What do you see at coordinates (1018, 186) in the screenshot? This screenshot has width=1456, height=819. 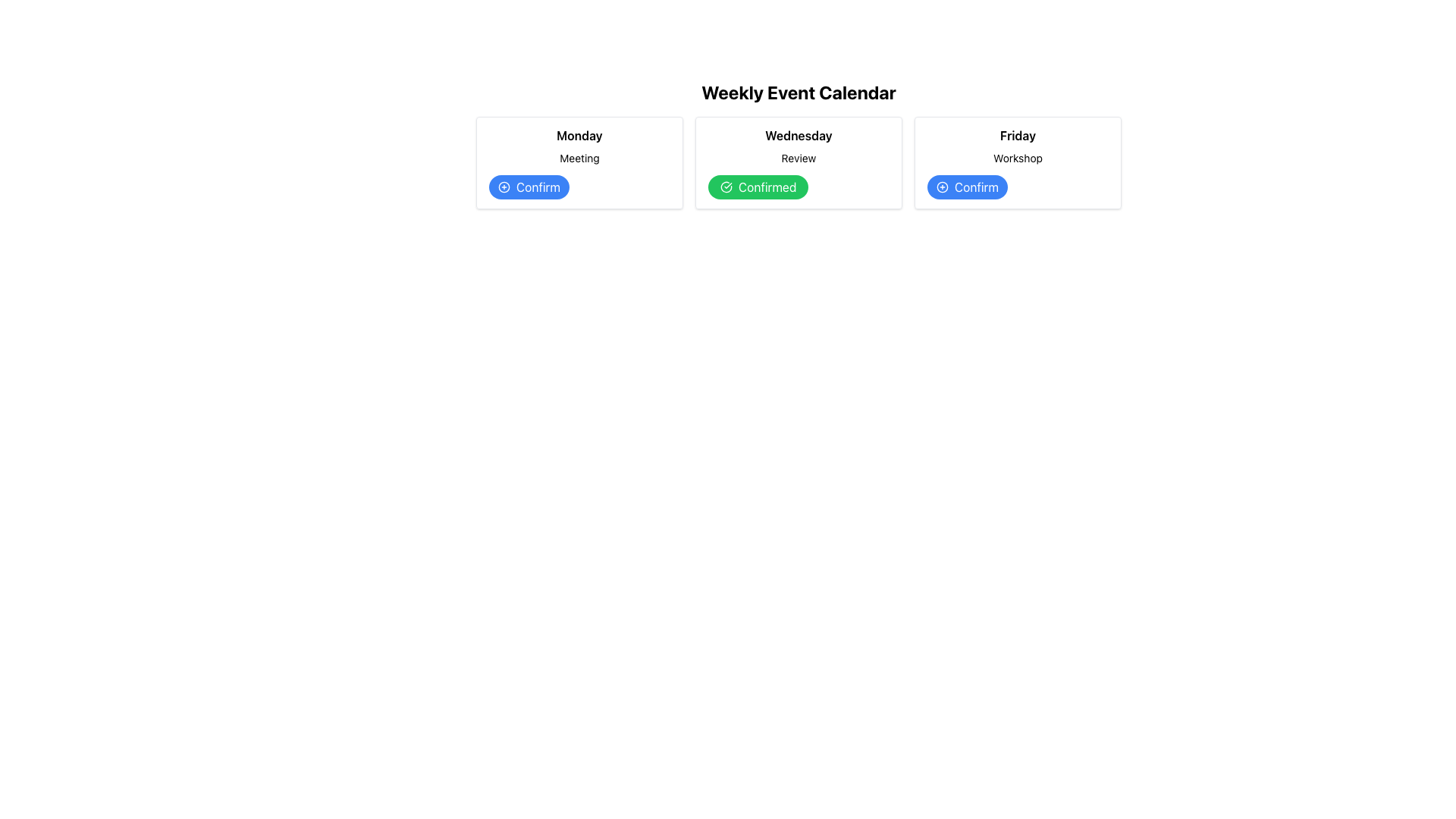 I see `the confirmation button for the 'Workshop' scheduled for Friday, located at the bottom center of the card labeled 'Friday'` at bounding box center [1018, 186].